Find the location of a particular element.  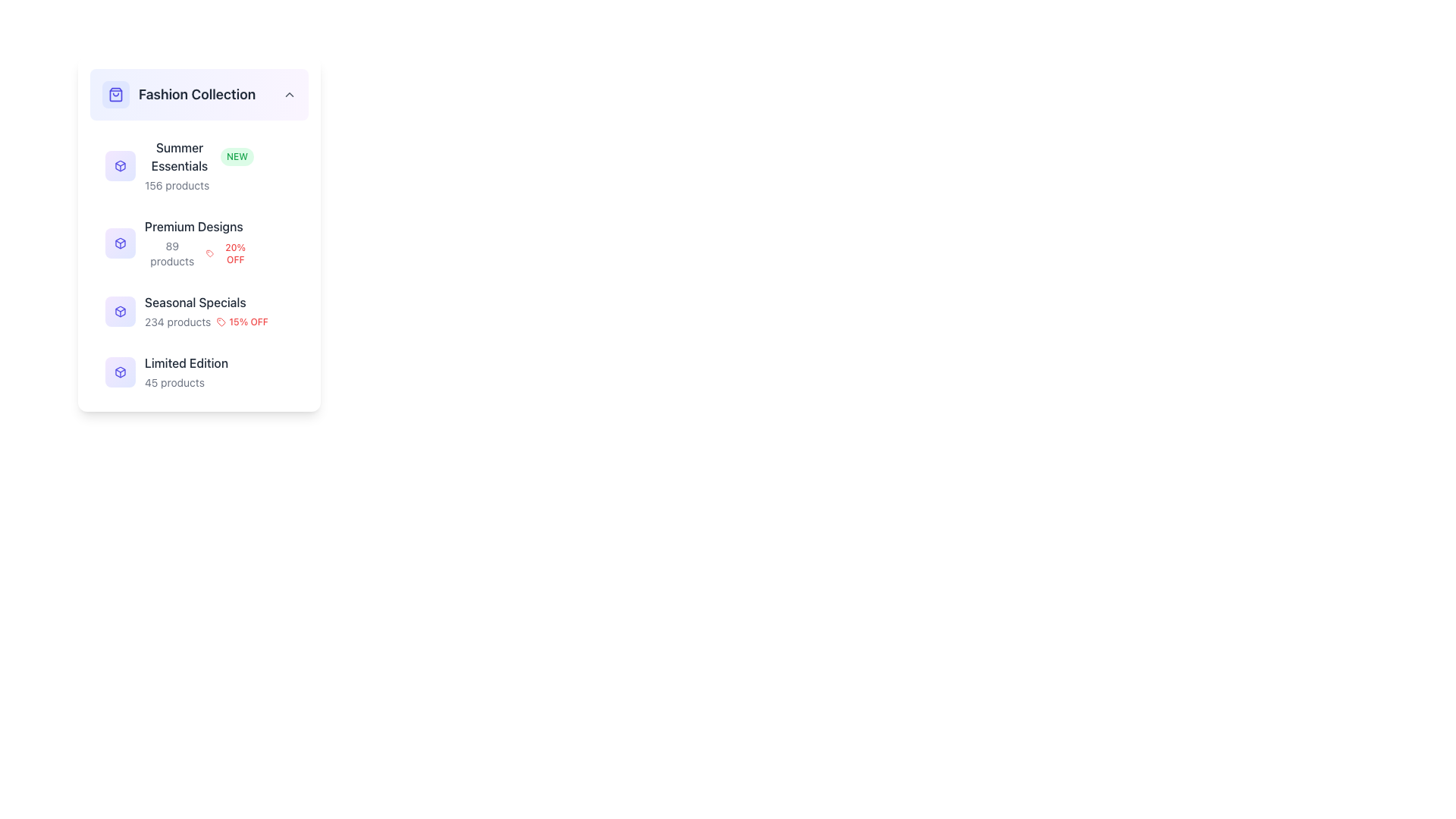

the 'Fashion Collection' label, which is the first item in the list and features a shopping bag icon with a rounded background is located at coordinates (179, 94).